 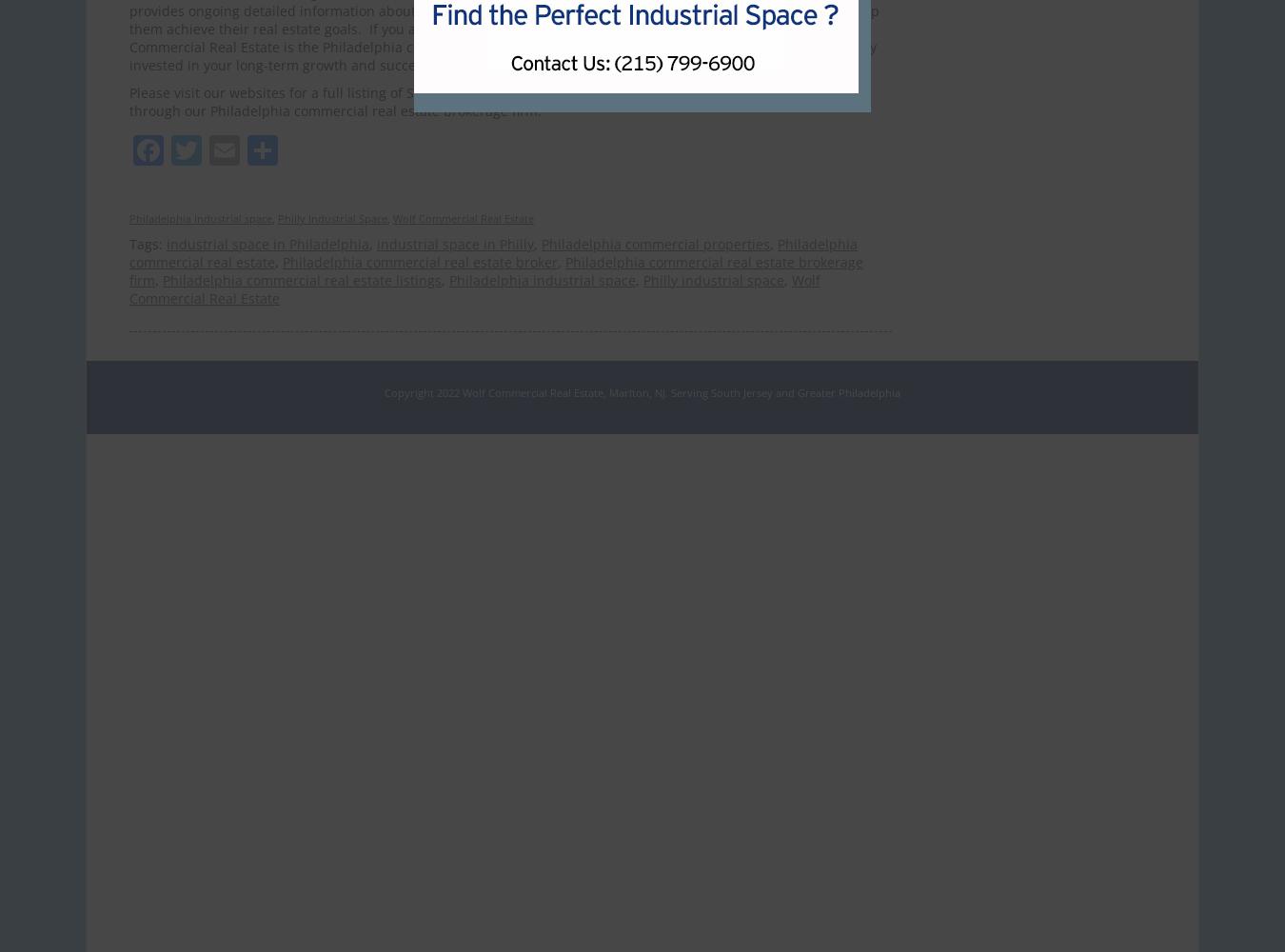 What do you see at coordinates (495, 271) in the screenshot?
I see `'Philadelphia commercial real estate brokerage firm'` at bounding box center [495, 271].